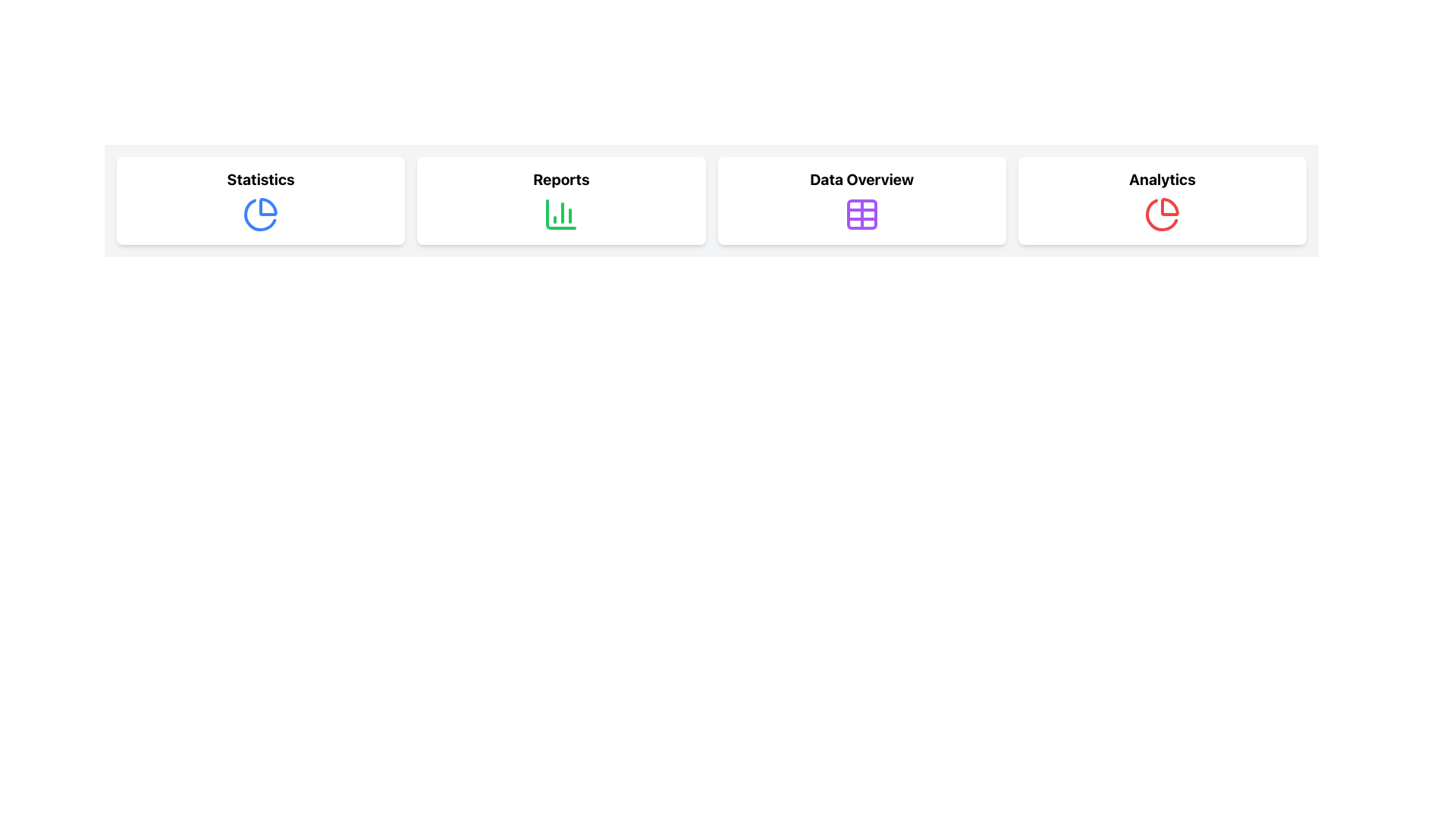  What do you see at coordinates (560, 178) in the screenshot?
I see `the Text Label that indicates the purpose or content of the associated section in the second card, located between the 'Statistics' and 'Data Overview' cards` at bounding box center [560, 178].